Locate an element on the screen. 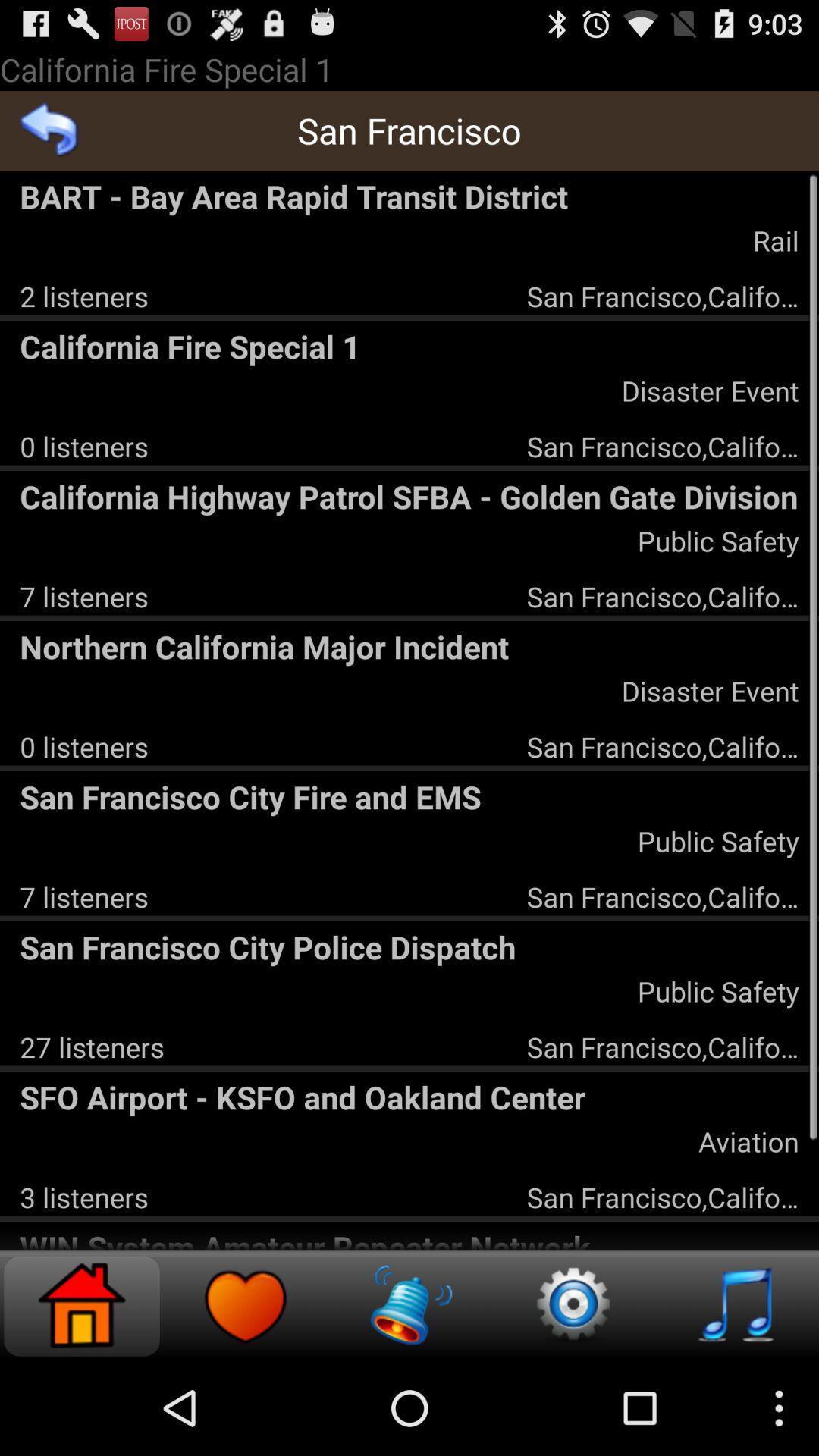 Image resolution: width=819 pixels, height=1456 pixels. the aviation item is located at coordinates (748, 1141).